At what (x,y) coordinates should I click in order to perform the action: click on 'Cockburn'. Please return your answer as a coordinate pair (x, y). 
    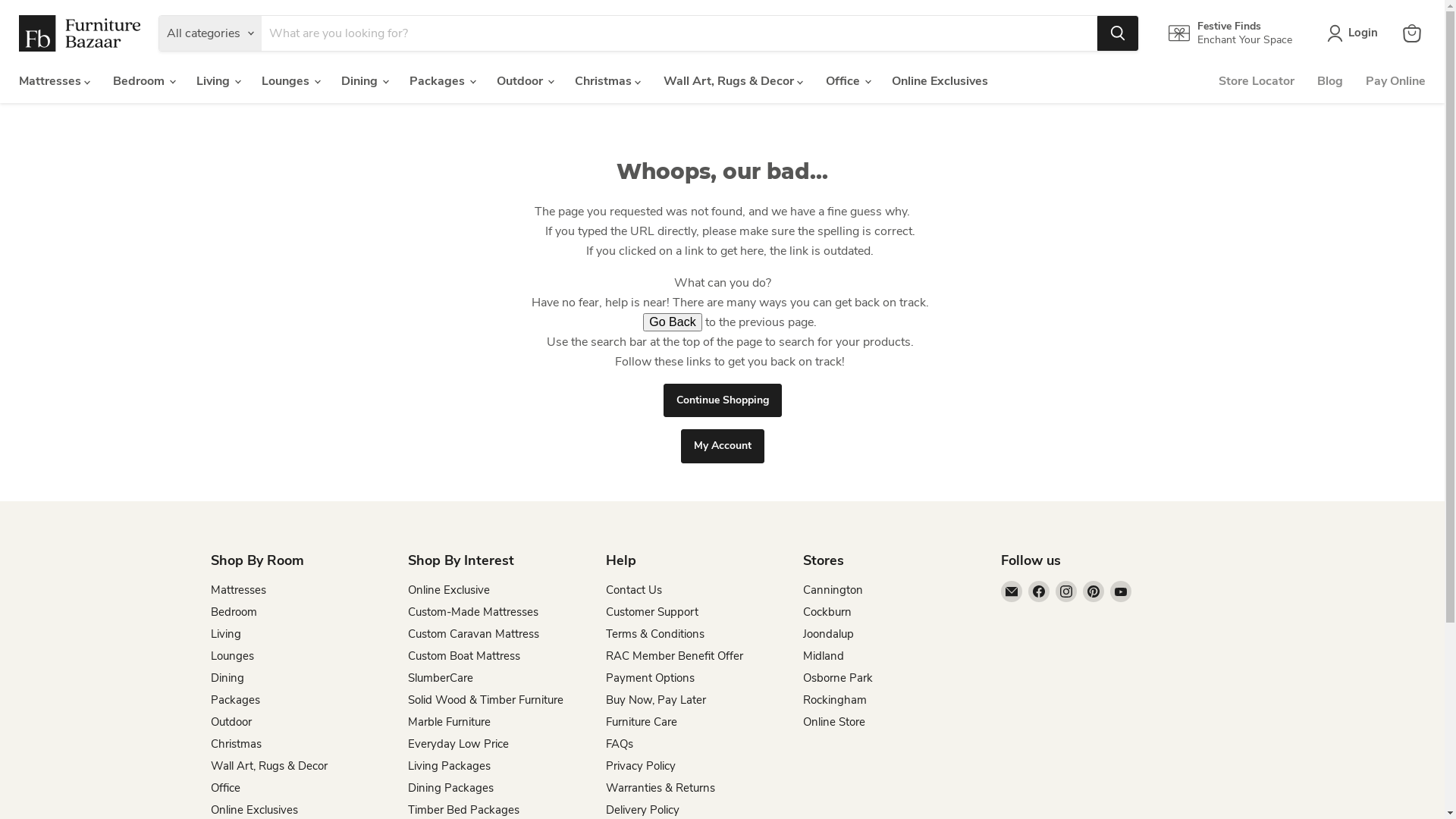
    Looking at the image, I should click on (826, 610).